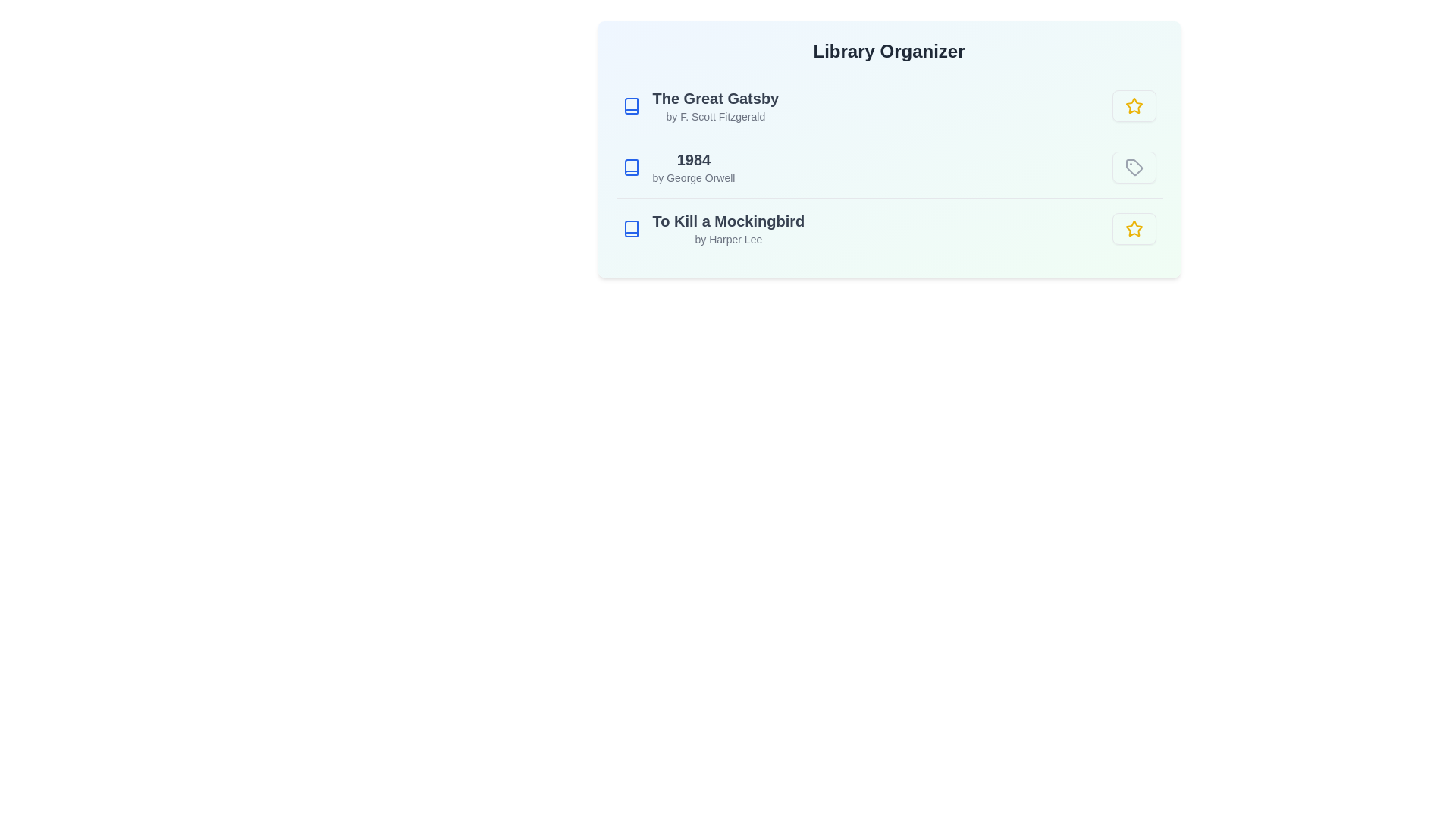 This screenshot has height=819, width=1456. I want to click on the book icon corresponding to The Great Gatsby, so click(631, 105).